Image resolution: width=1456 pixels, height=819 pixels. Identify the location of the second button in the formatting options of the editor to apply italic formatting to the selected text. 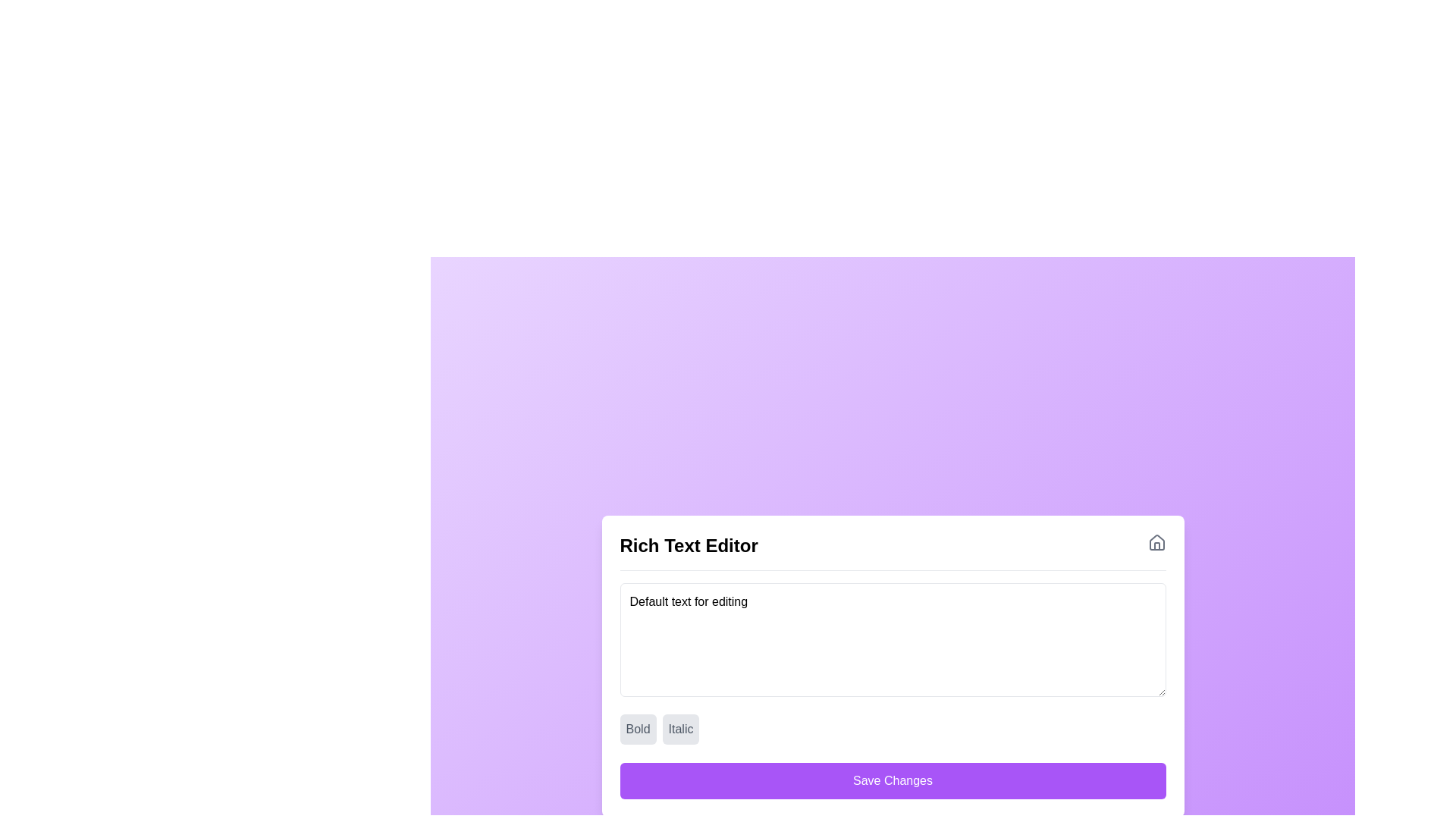
(679, 728).